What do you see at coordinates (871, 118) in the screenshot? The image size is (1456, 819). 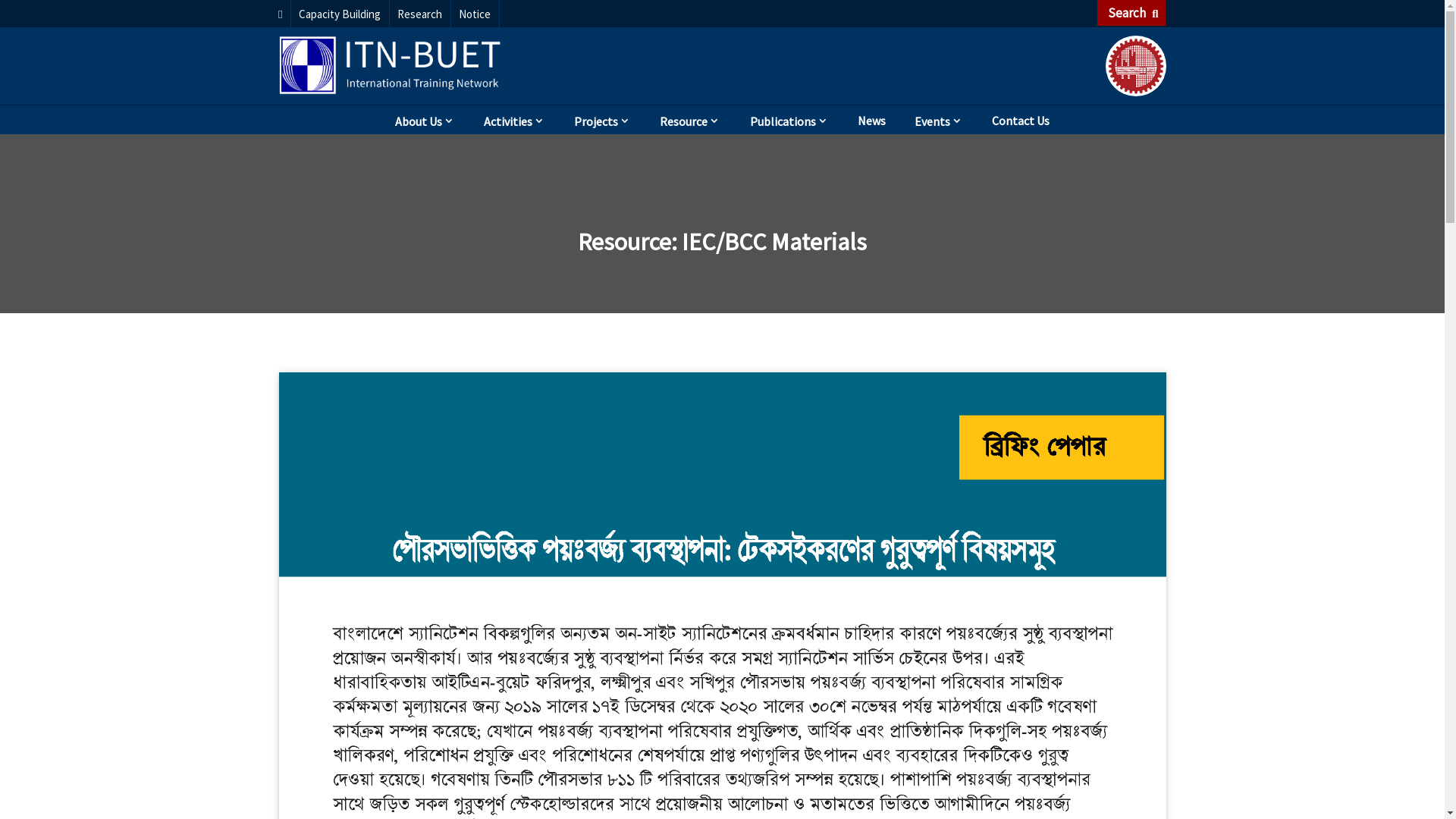 I see `'News'` at bounding box center [871, 118].